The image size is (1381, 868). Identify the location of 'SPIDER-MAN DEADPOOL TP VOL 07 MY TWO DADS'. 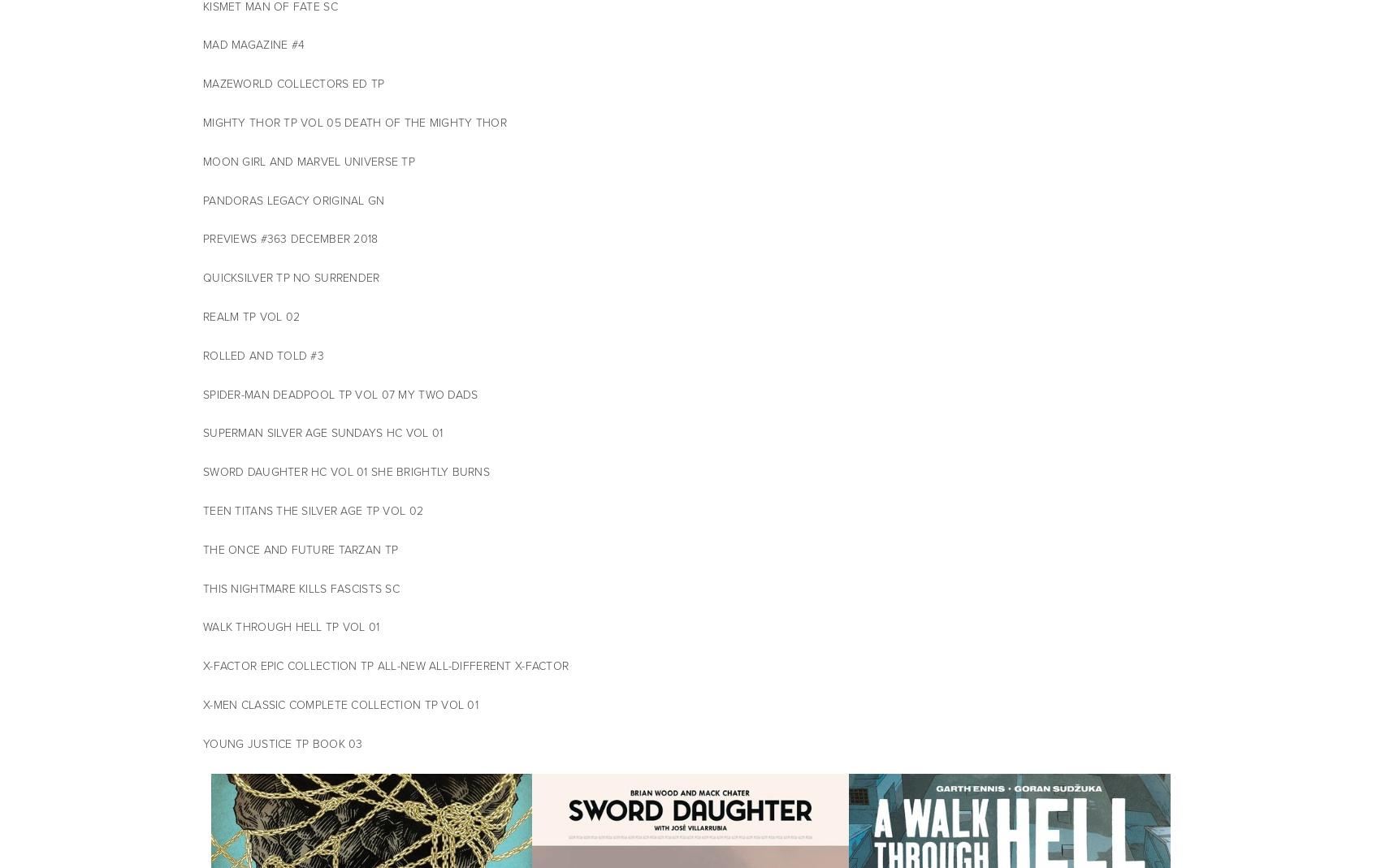
(340, 393).